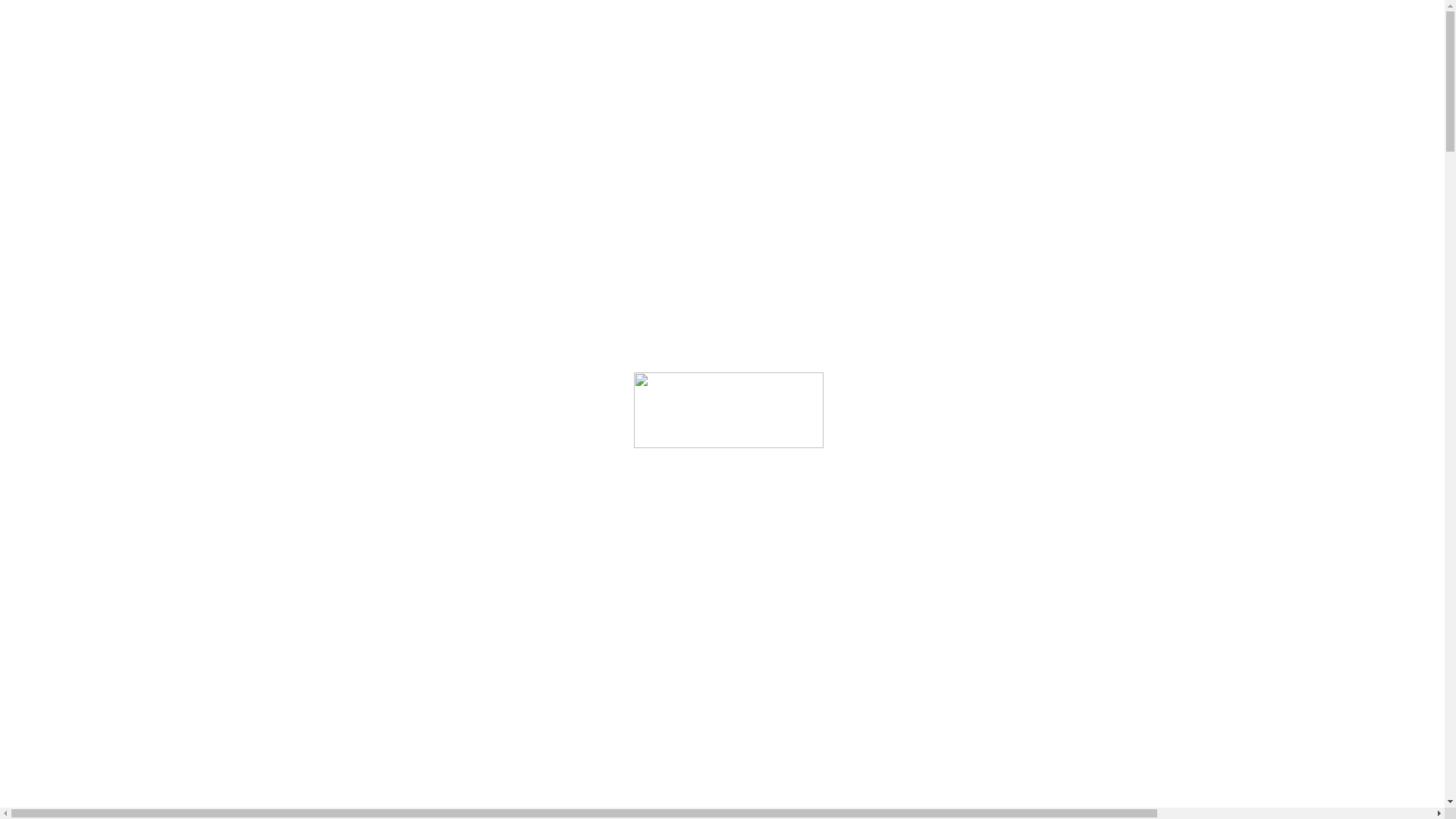 The image size is (1456, 819). What do you see at coordinates (100, 324) in the screenshot?
I see `'TERUG NAAR ALTARES.BE'` at bounding box center [100, 324].